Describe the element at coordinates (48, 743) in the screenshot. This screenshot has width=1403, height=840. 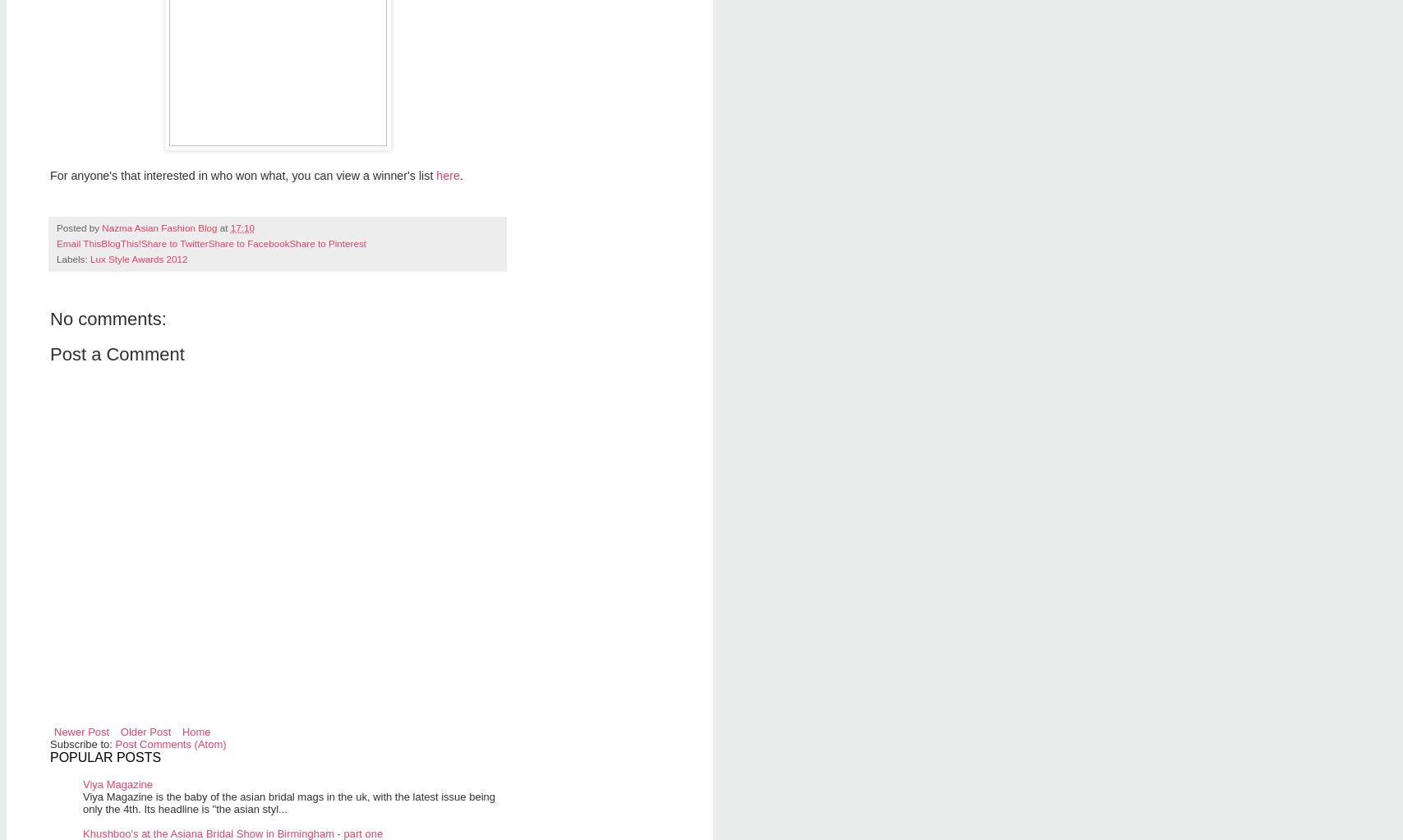
I see `'Subscribe to:'` at that location.